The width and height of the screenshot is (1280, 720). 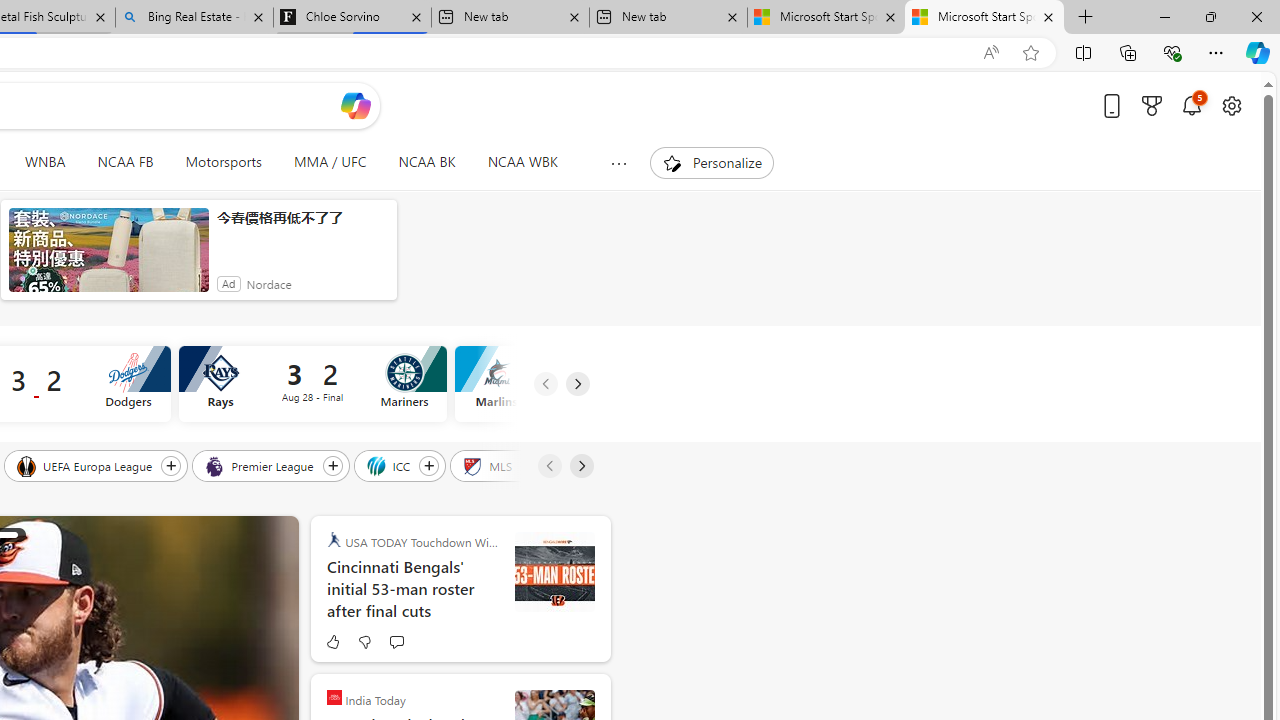 I want to click on 'Ad', so click(x=228, y=284).